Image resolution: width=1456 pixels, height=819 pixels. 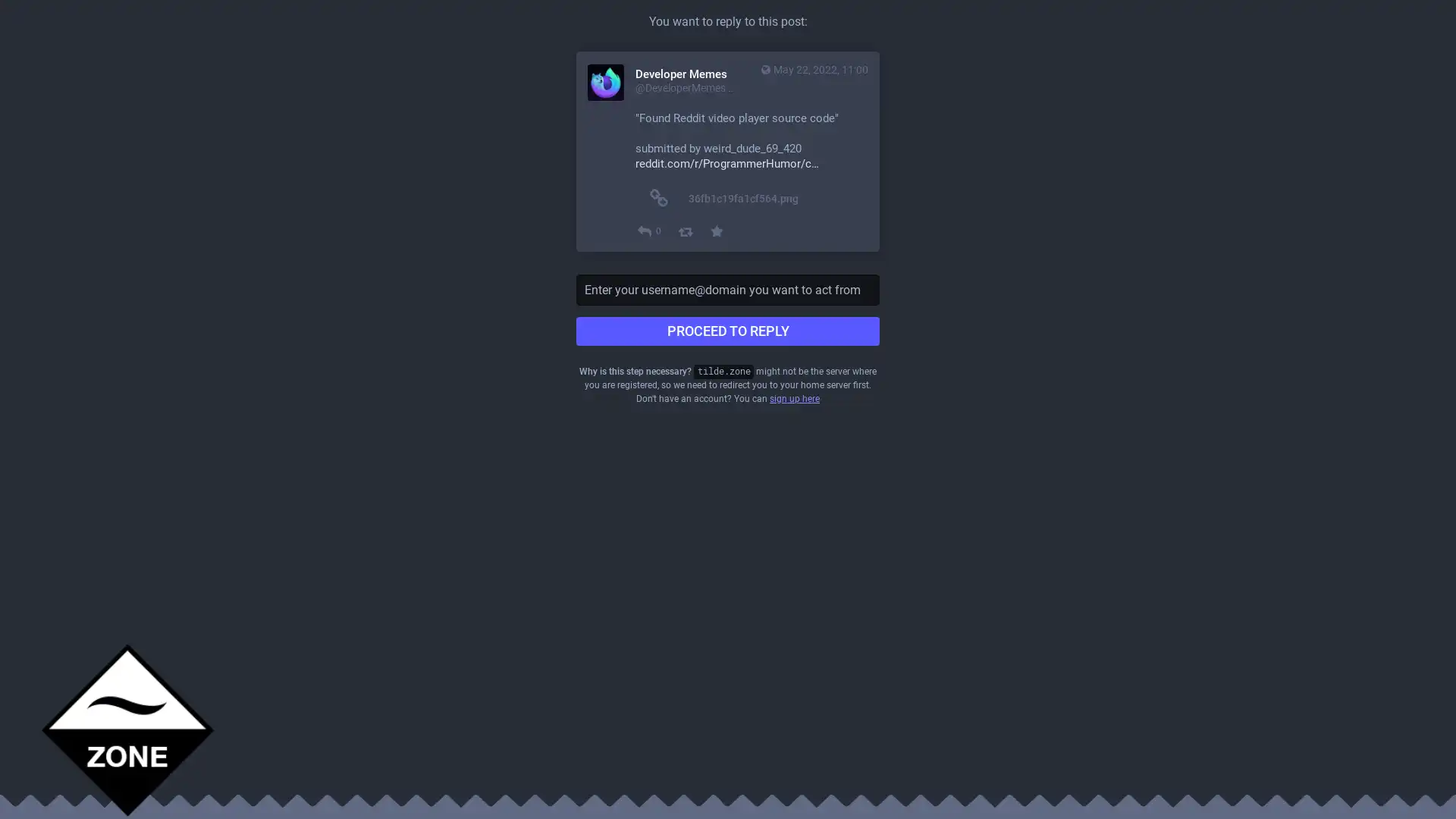 What do you see at coordinates (728, 330) in the screenshot?
I see `PROCEED TO REPLY` at bounding box center [728, 330].